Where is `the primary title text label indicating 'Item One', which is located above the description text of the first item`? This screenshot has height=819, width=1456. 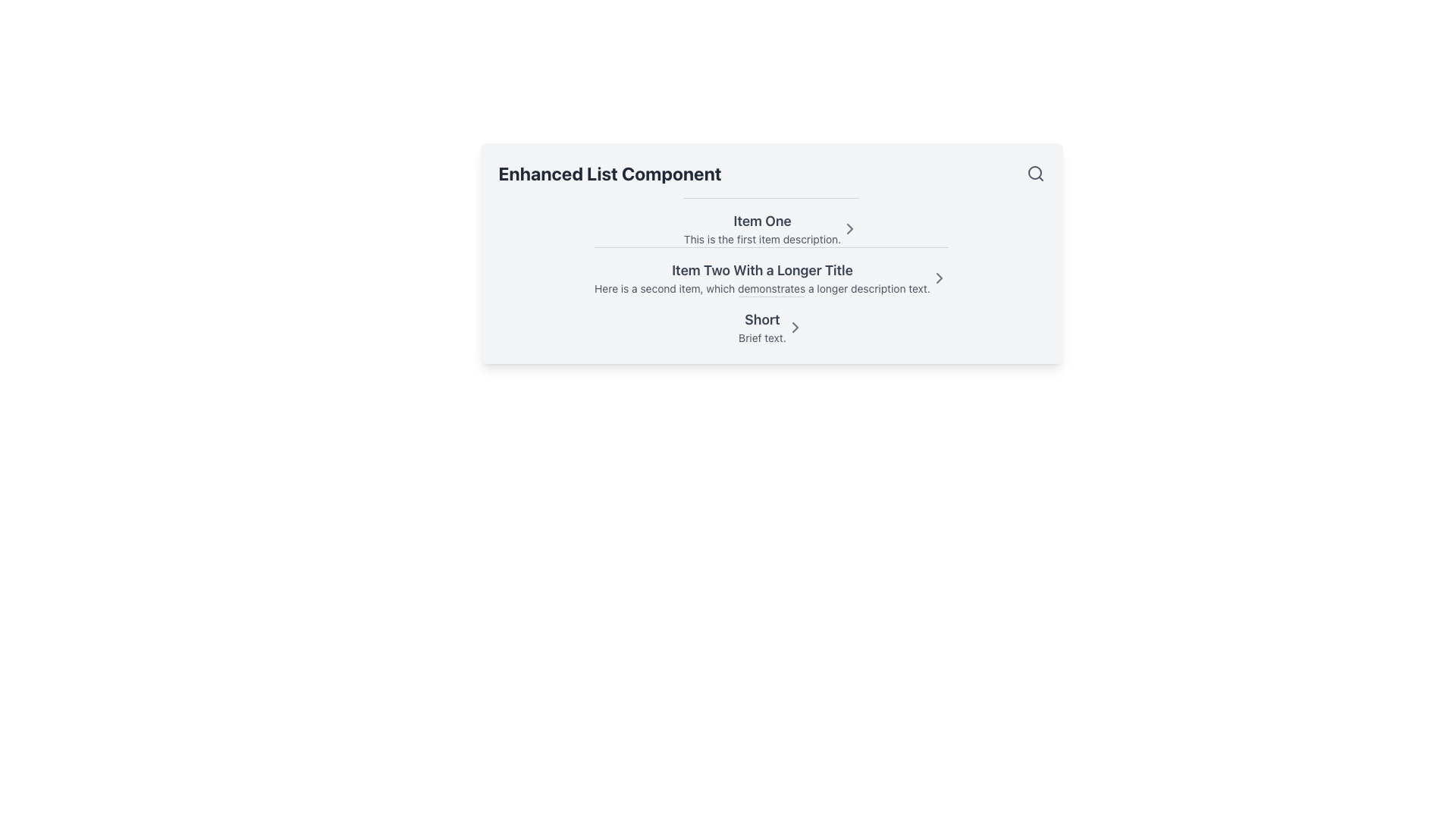 the primary title text label indicating 'Item One', which is located above the description text of the first item is located at coordinates (762, 221).